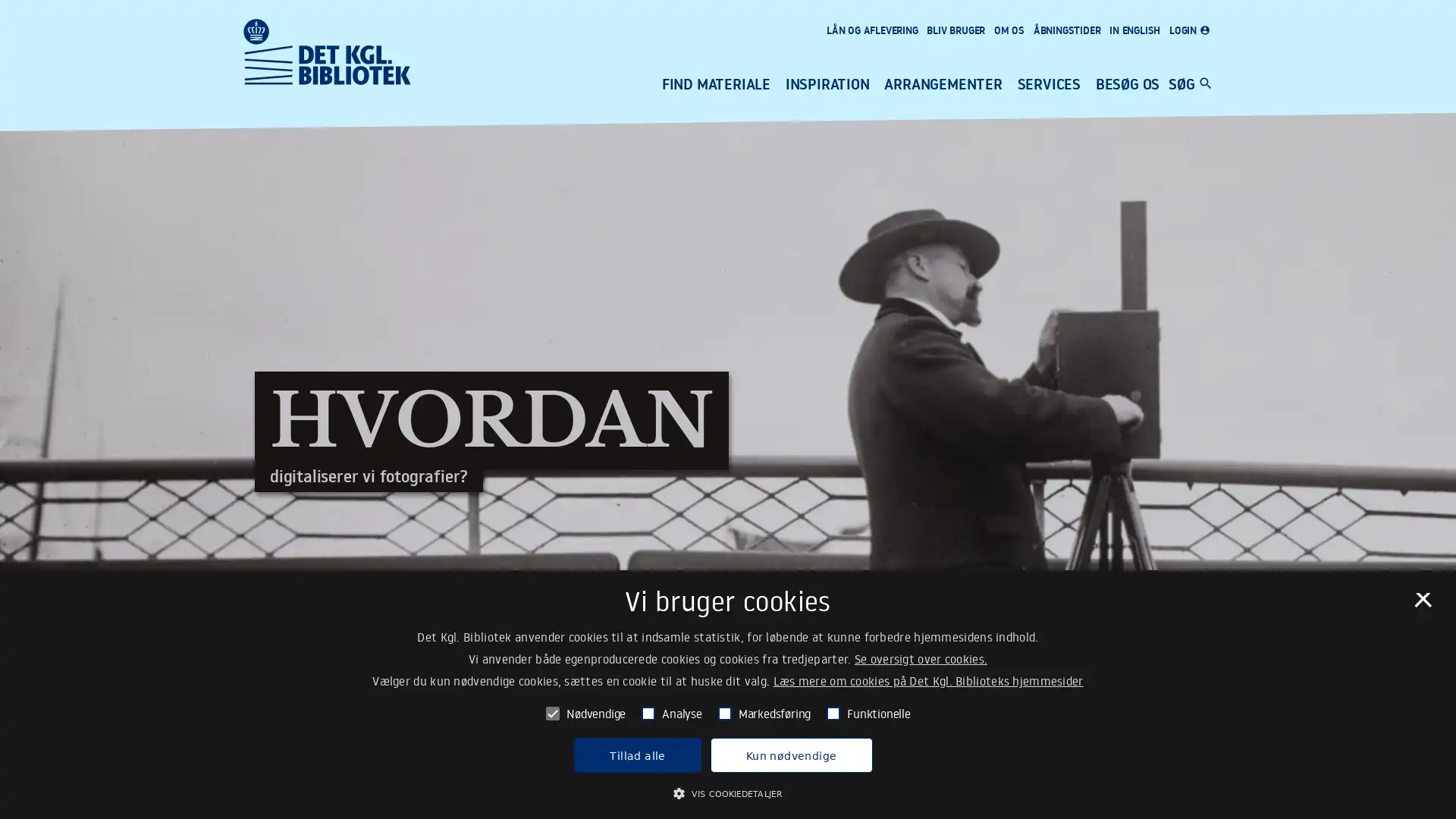  I want to click on VIS COOKIEDETALJER, so click(726, 792).